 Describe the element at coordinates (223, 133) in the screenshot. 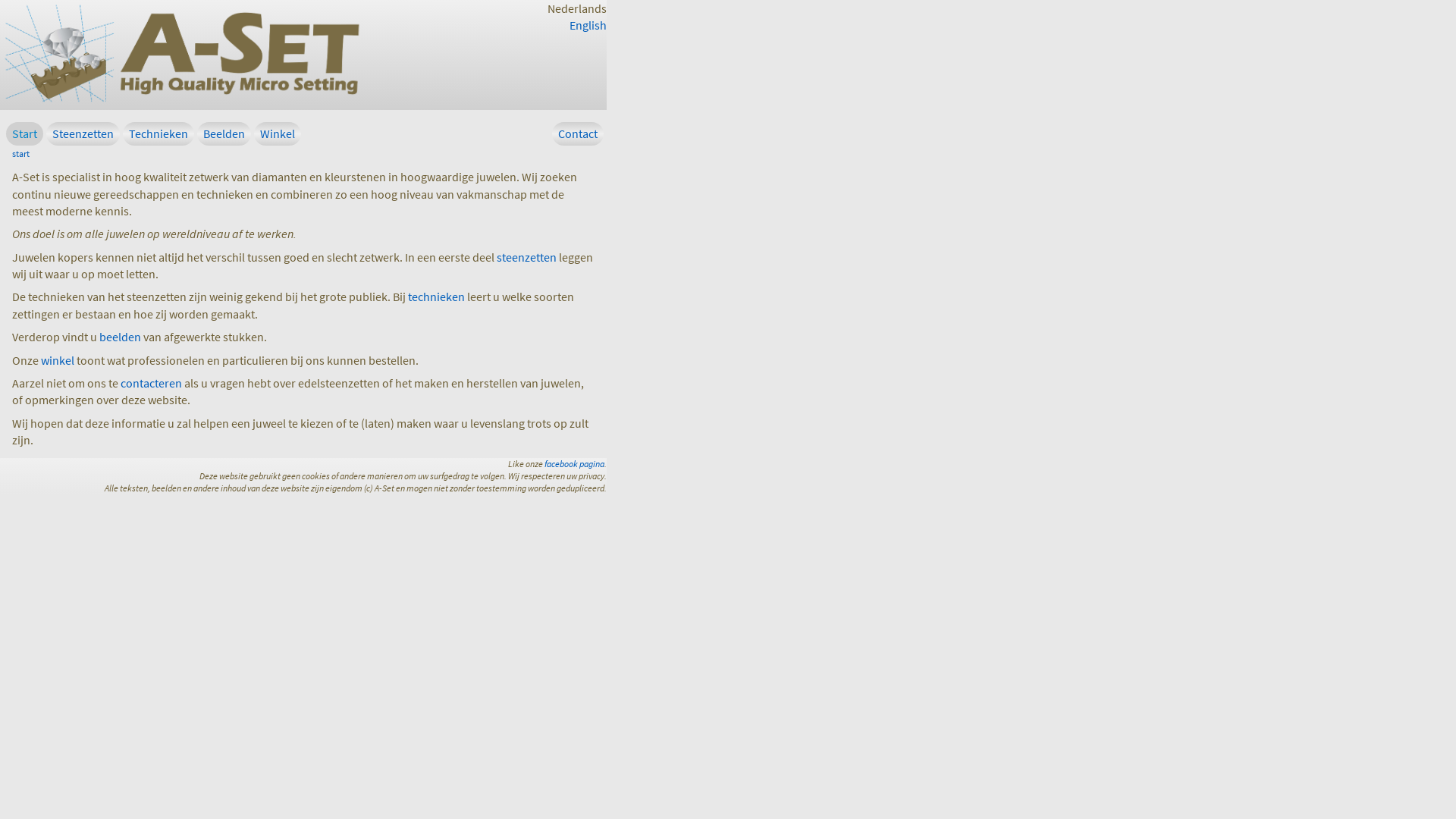

I see `'Beelden'` at that location.